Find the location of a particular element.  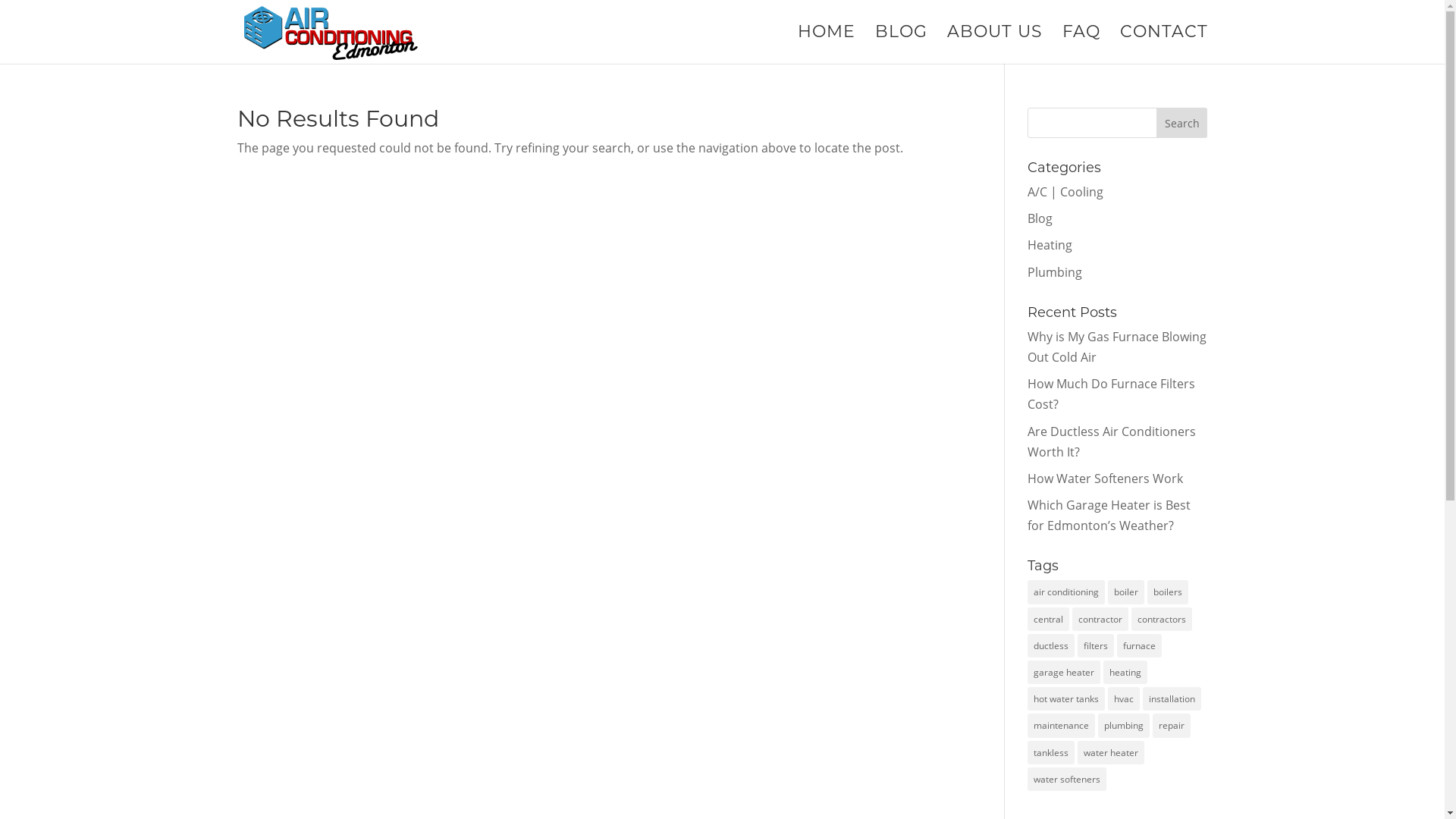

'Search' is located at coordinates (1181, 122).